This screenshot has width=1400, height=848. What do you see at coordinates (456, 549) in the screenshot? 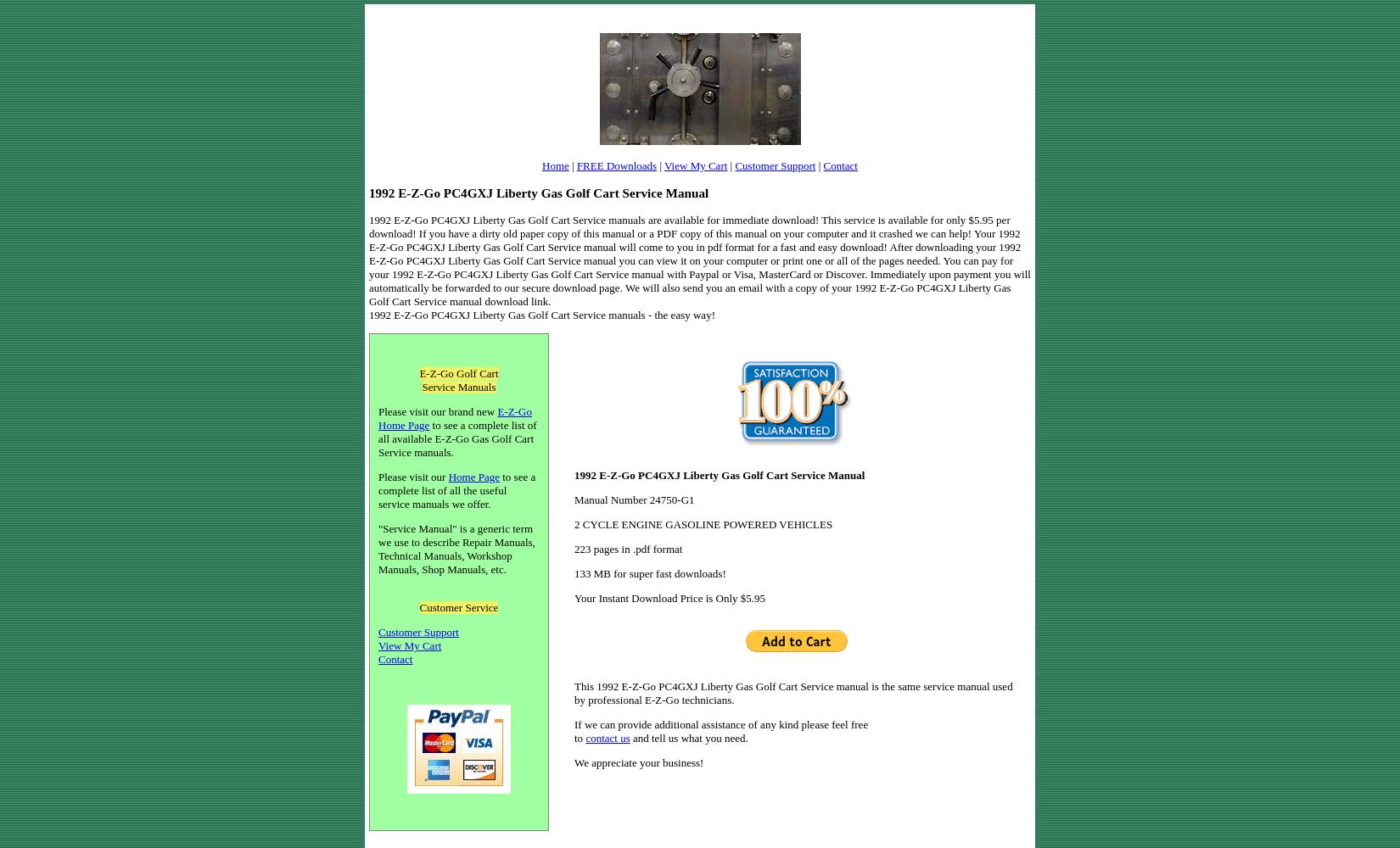
I see `'"Service Manual" is a generic term we use to describe Repair Manuals, Technical Manuals, Workshop Manuals, Shop Manuals, etc.'` at bounding box center [456, 549].